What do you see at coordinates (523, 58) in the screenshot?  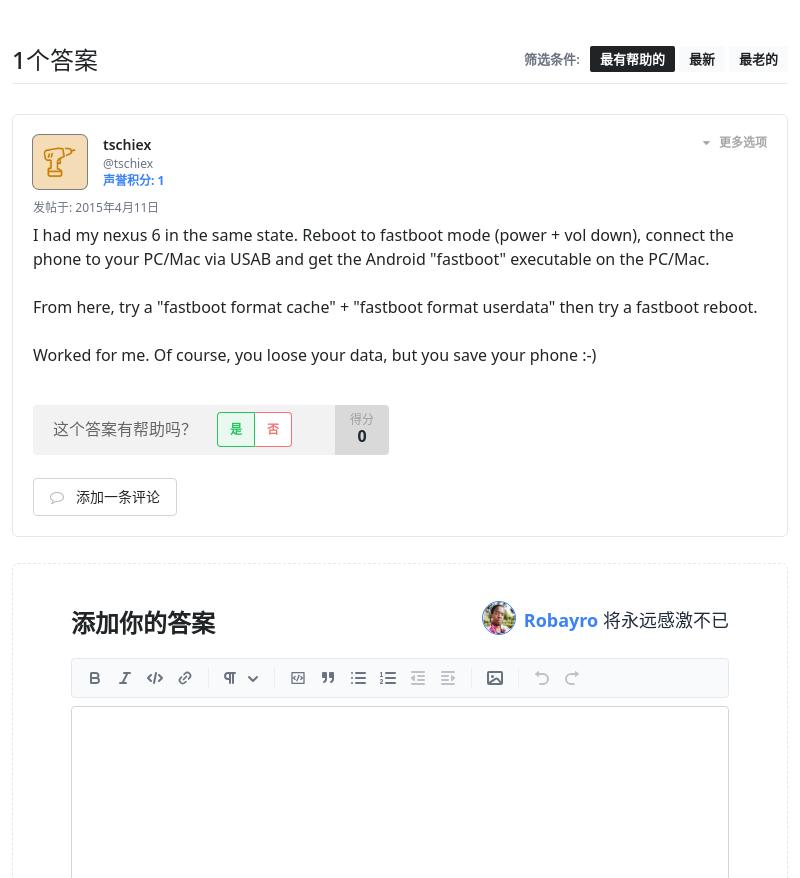 I see `'筛选条件:'` at bounding box center [523, 58].